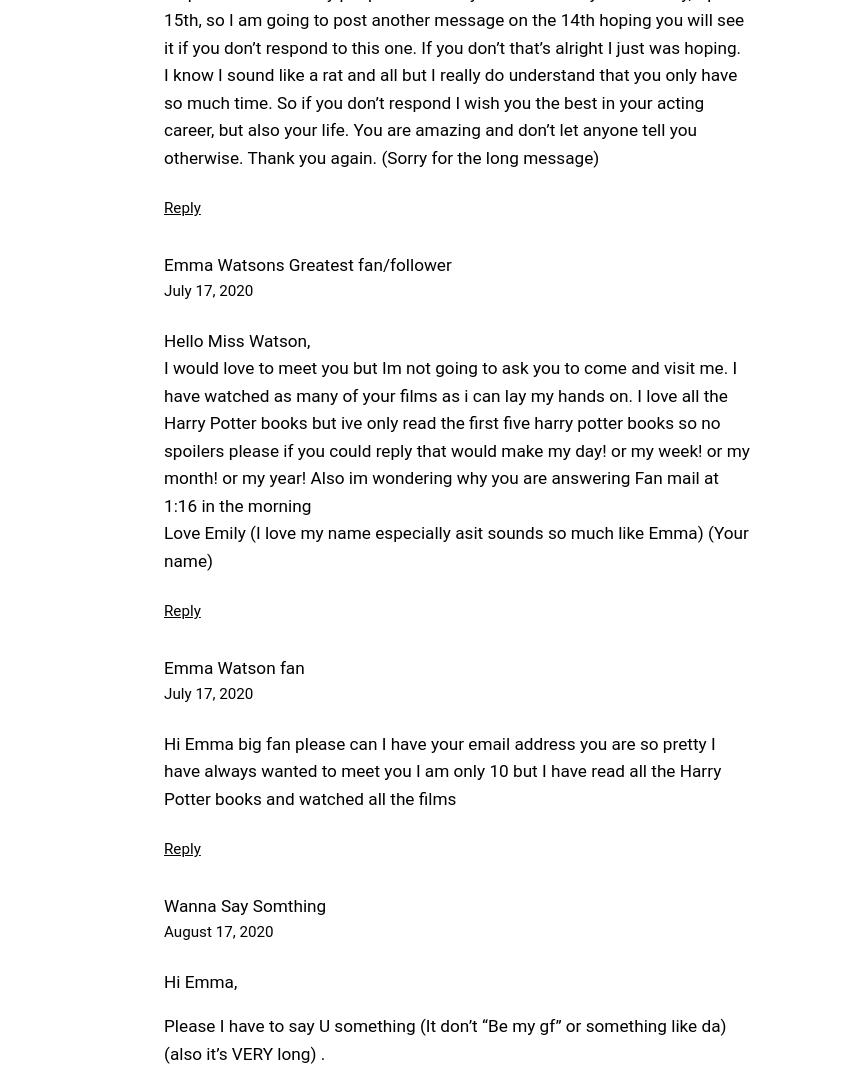 This screenshot has height=1074, width=850. Describe the element at coordinates (234, 665) in the screenshot. I see `'Emma Watson fan'` at that location.